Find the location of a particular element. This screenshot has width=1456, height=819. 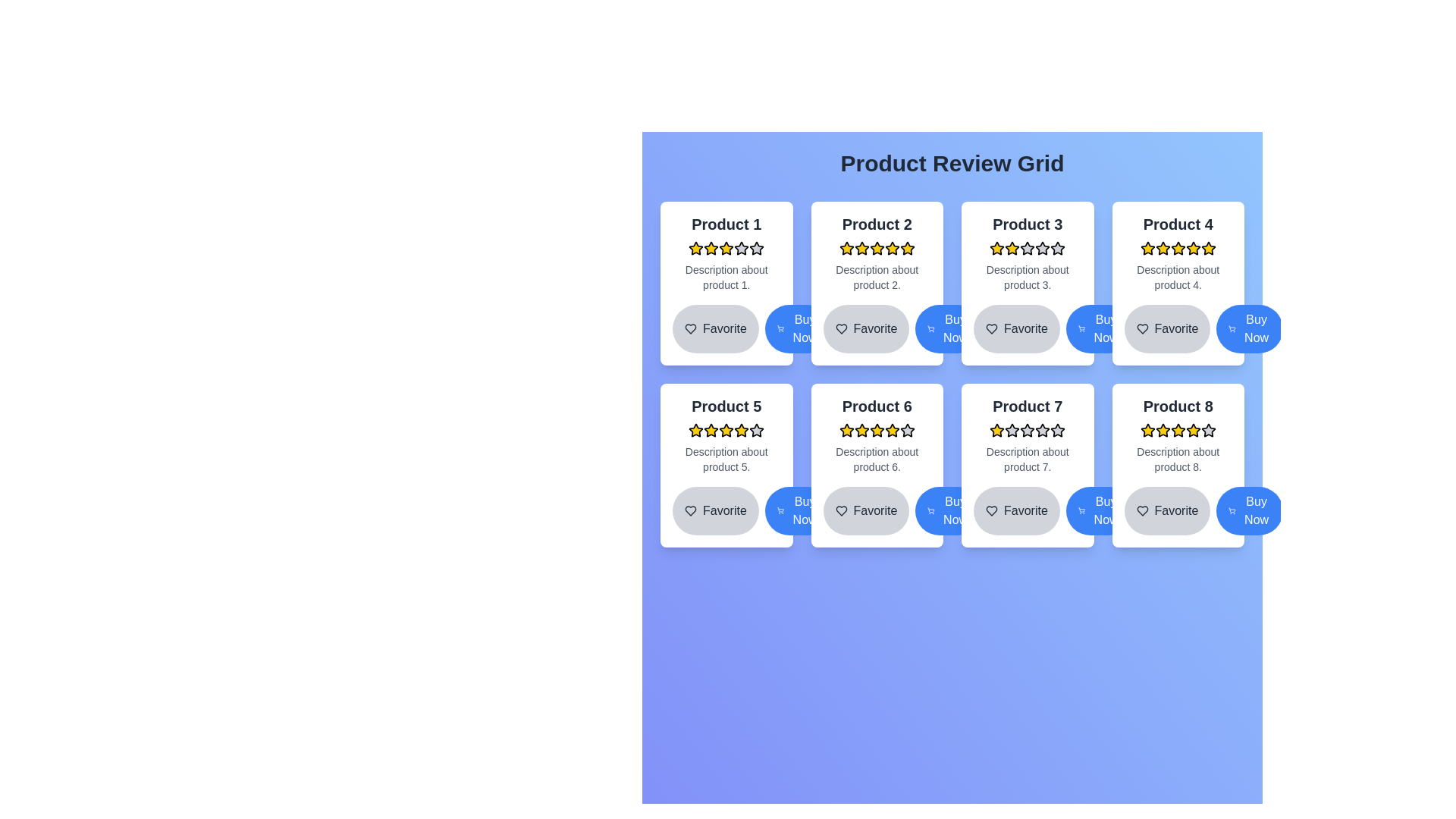

the second star icon in the rating system for 'Product 7' is located at coordinates (1041, 430).